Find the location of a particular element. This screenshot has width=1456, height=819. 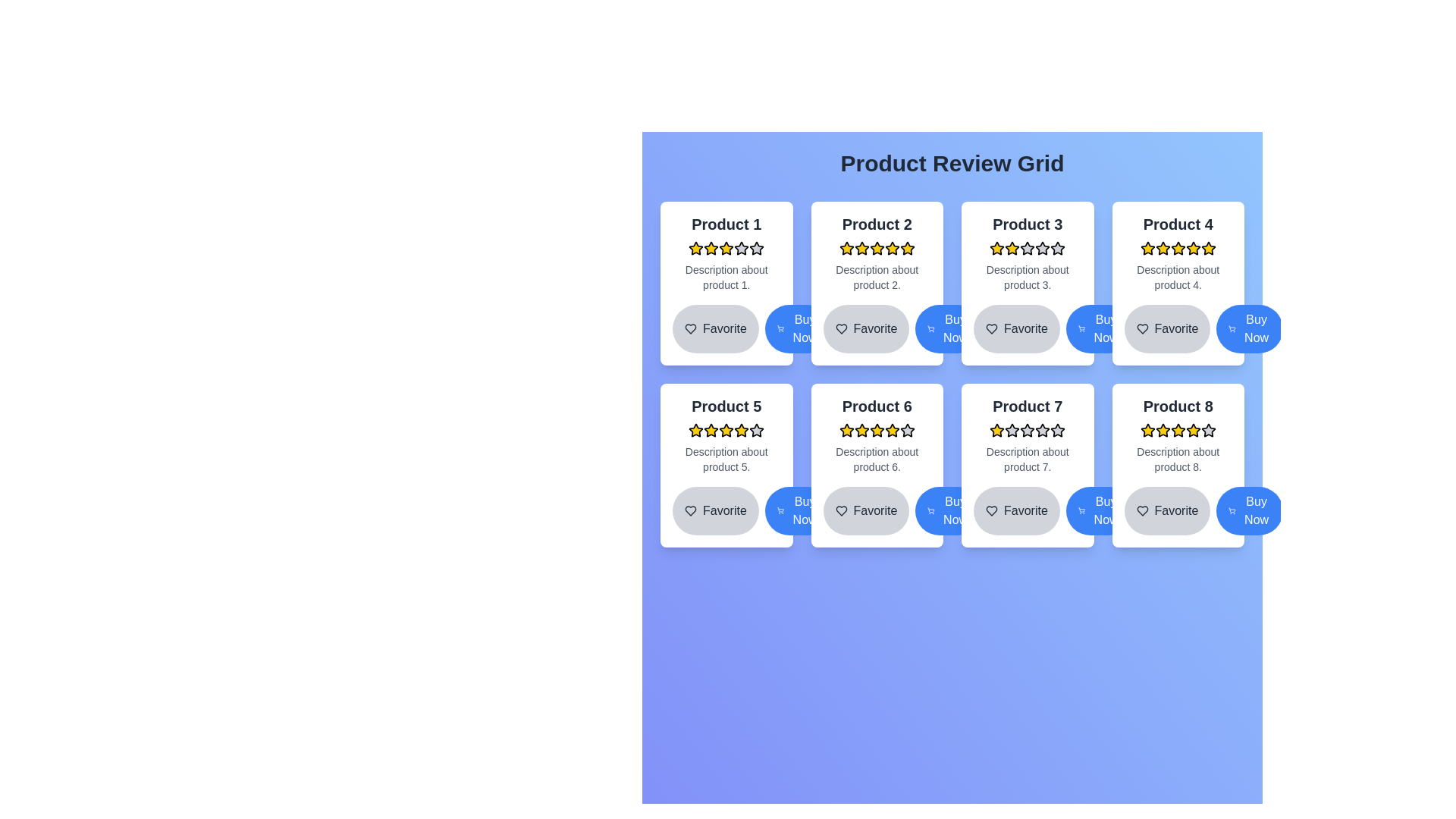

the second star icon in the rating system for 'Product 7' is located at coordinates (1041, 430).